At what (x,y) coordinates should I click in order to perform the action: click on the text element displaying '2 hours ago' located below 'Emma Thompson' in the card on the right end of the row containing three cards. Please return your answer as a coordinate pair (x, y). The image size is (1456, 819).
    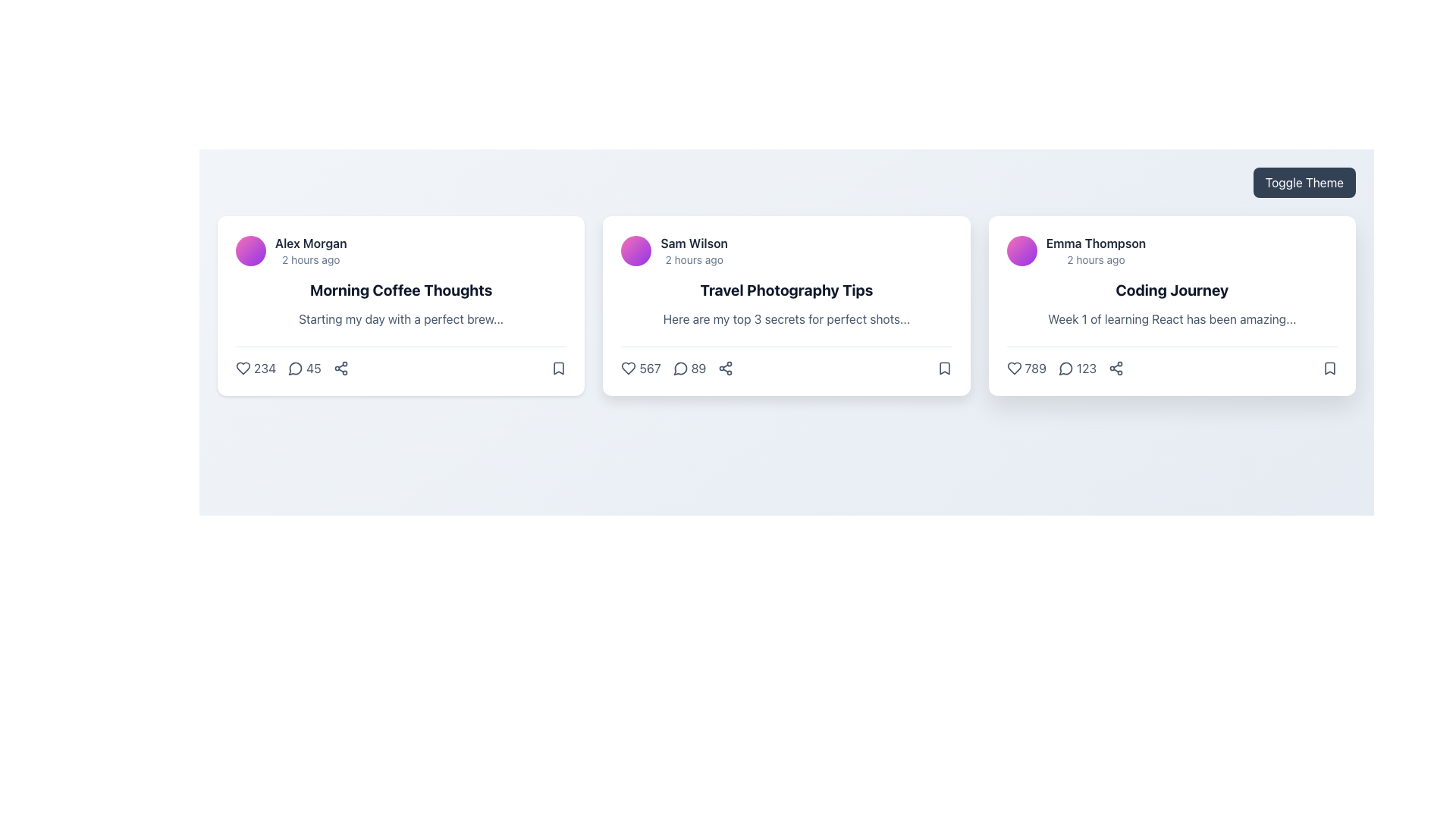
    Looking at the image, I should click on (1096, 259).